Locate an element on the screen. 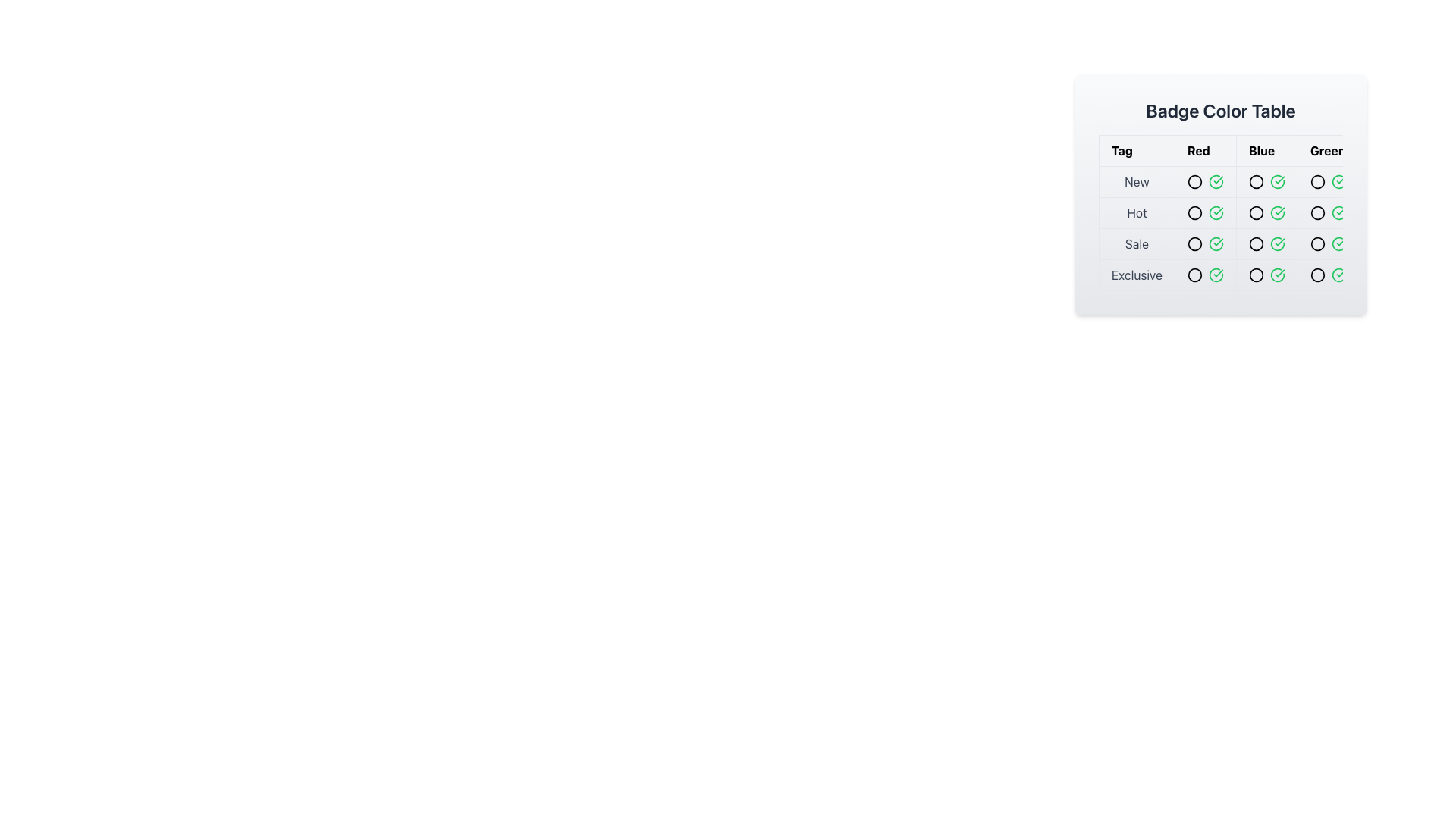 Image resolution: width=1456 pixels, height=819 pixels. the composite visual indicator consisting of an empty circle and a checkmark icon located in the 'Blue' column under the 'Exclusive' row in the 'Badge Color Table.' is located at coordinates (1266, 275).